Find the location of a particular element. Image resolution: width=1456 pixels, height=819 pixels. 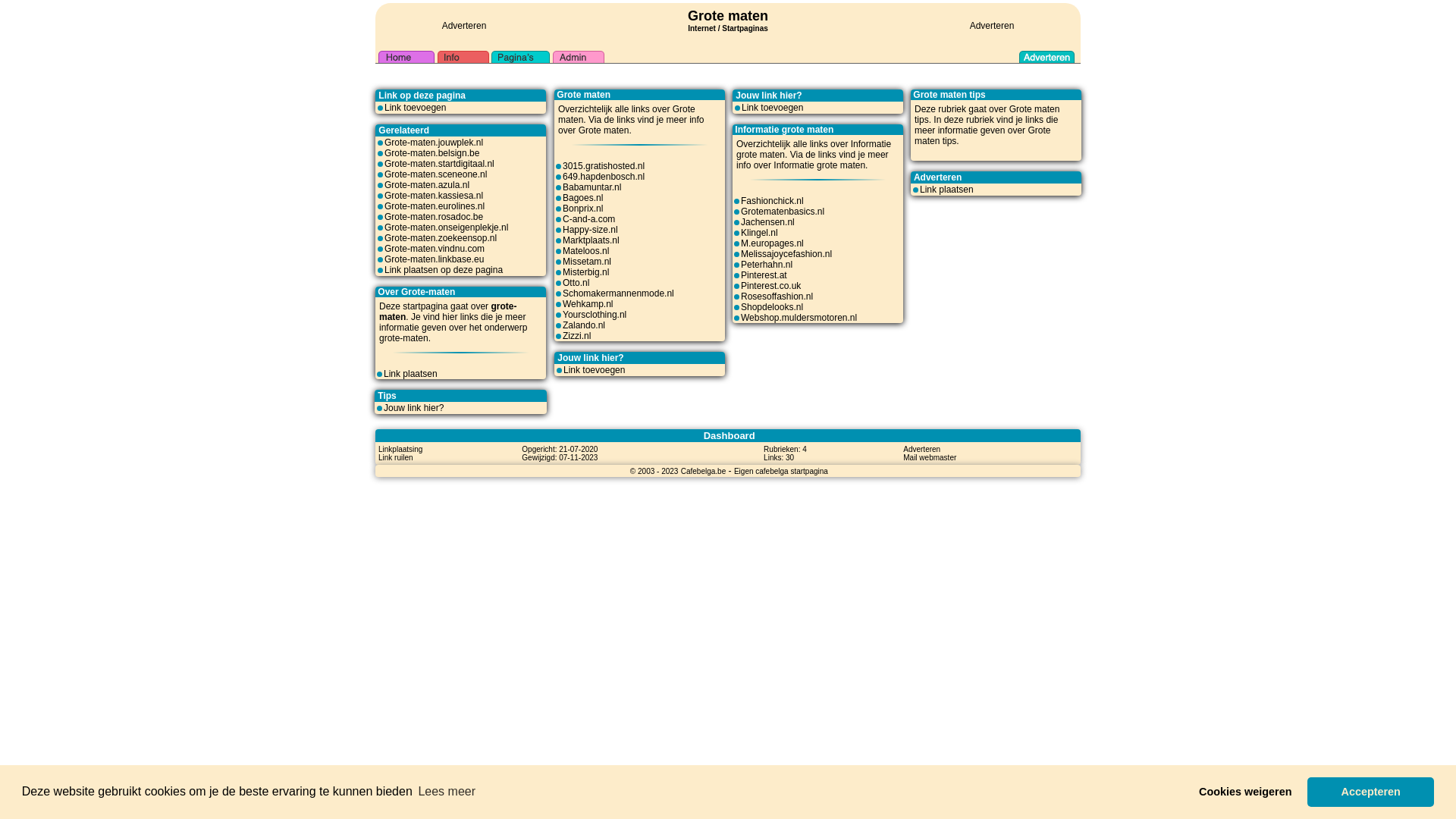

'Lees meer' is located at coordinates (446, 791).